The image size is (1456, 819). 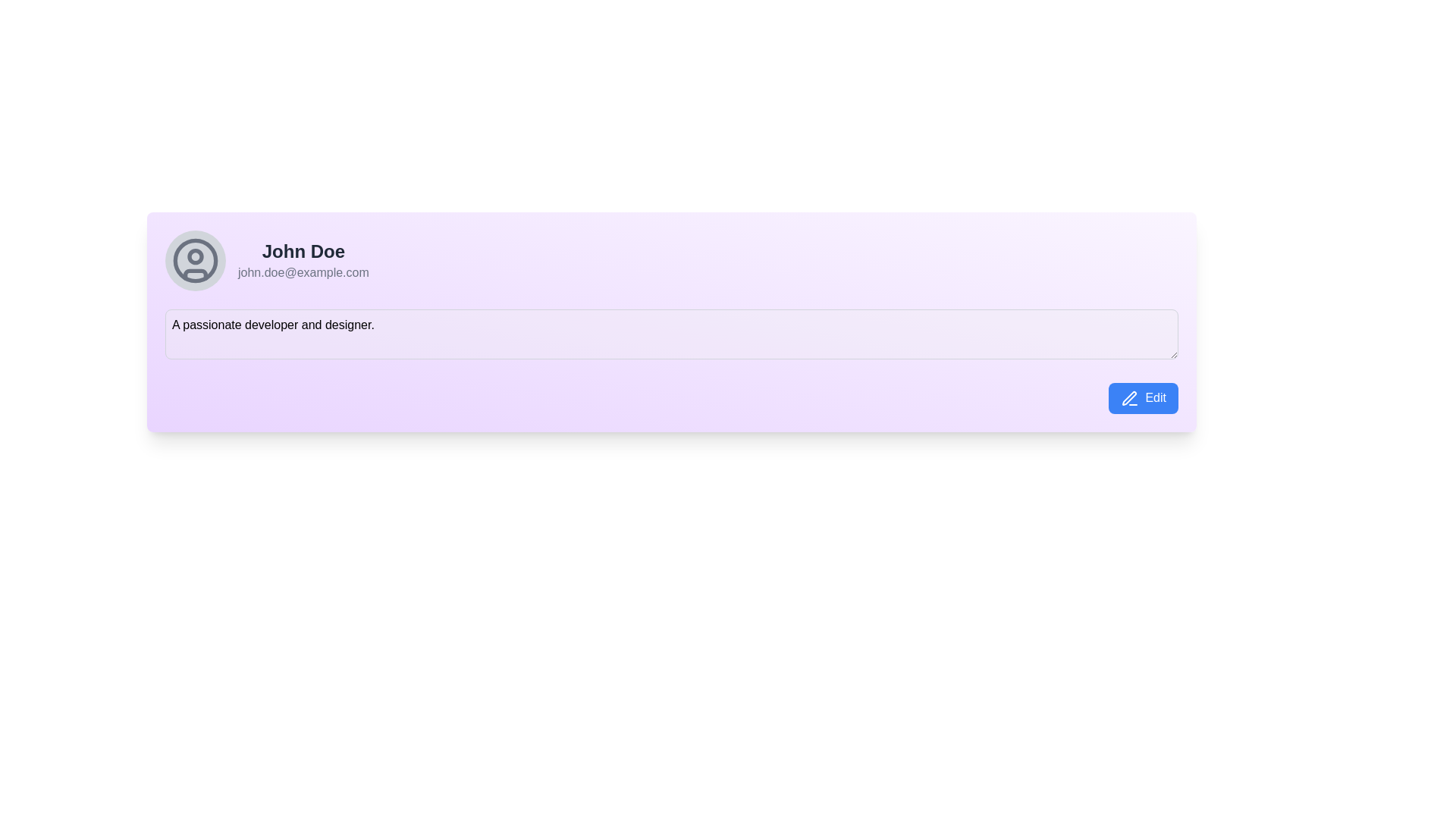 I want to click on the email address label "john.doe@example.com" which is styled in light gray and positioned directly beneath the name "John Doe" in the profile section, so click(x=303, y=271).